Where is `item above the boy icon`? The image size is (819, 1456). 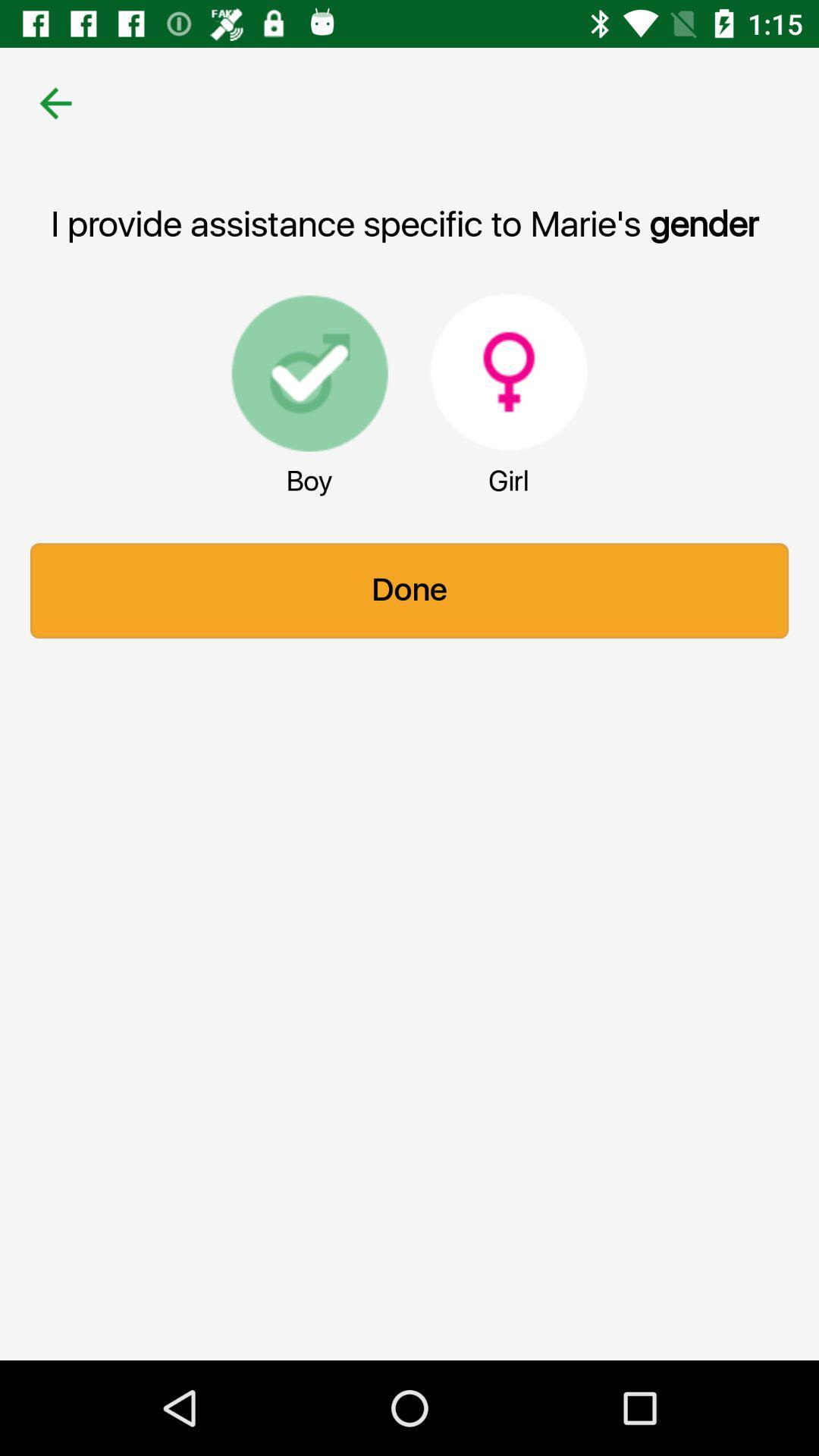 item above the boy icon is located at coordinates (309, 372).